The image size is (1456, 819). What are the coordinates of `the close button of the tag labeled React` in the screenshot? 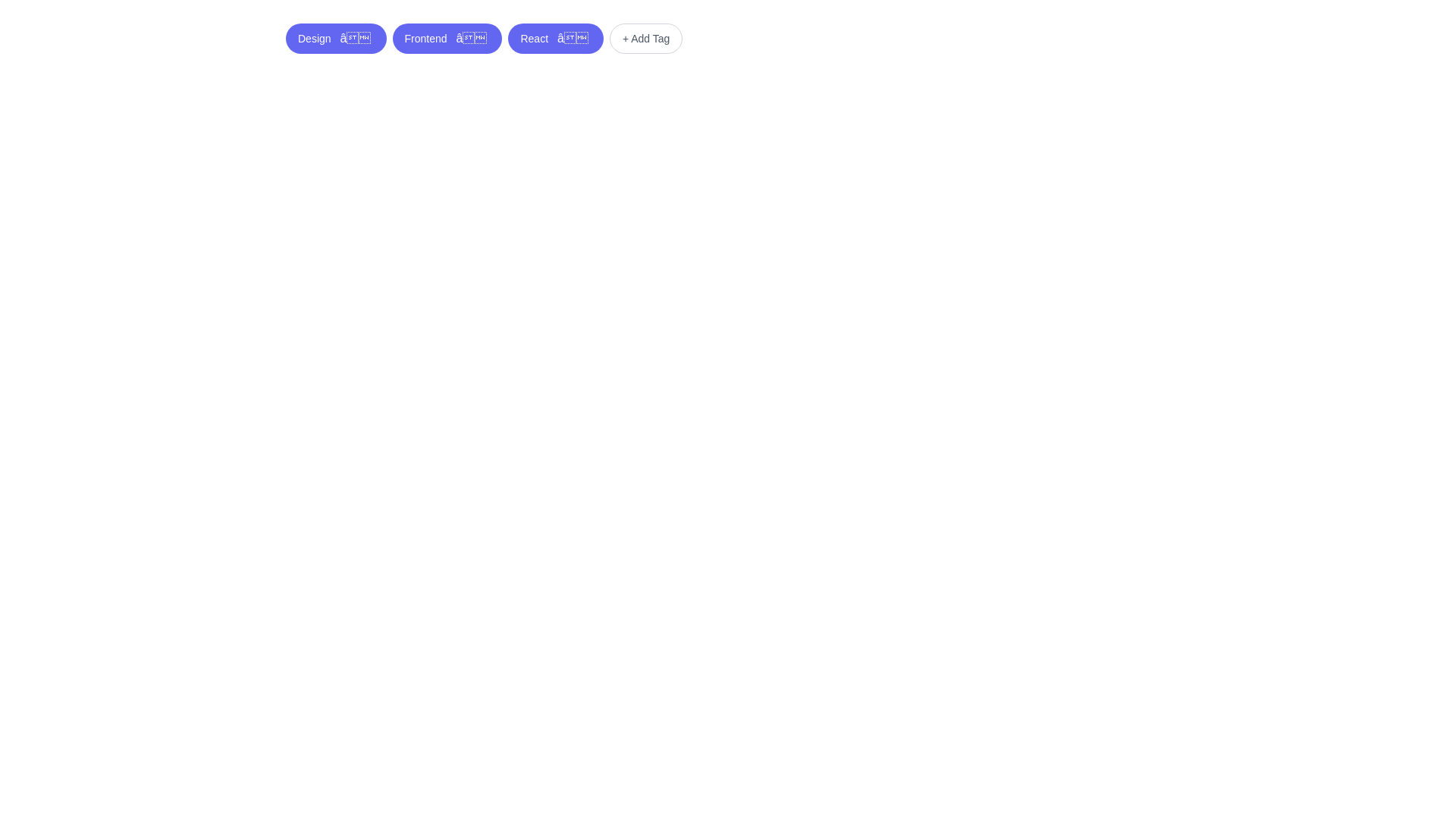 It's located at (571, 37).